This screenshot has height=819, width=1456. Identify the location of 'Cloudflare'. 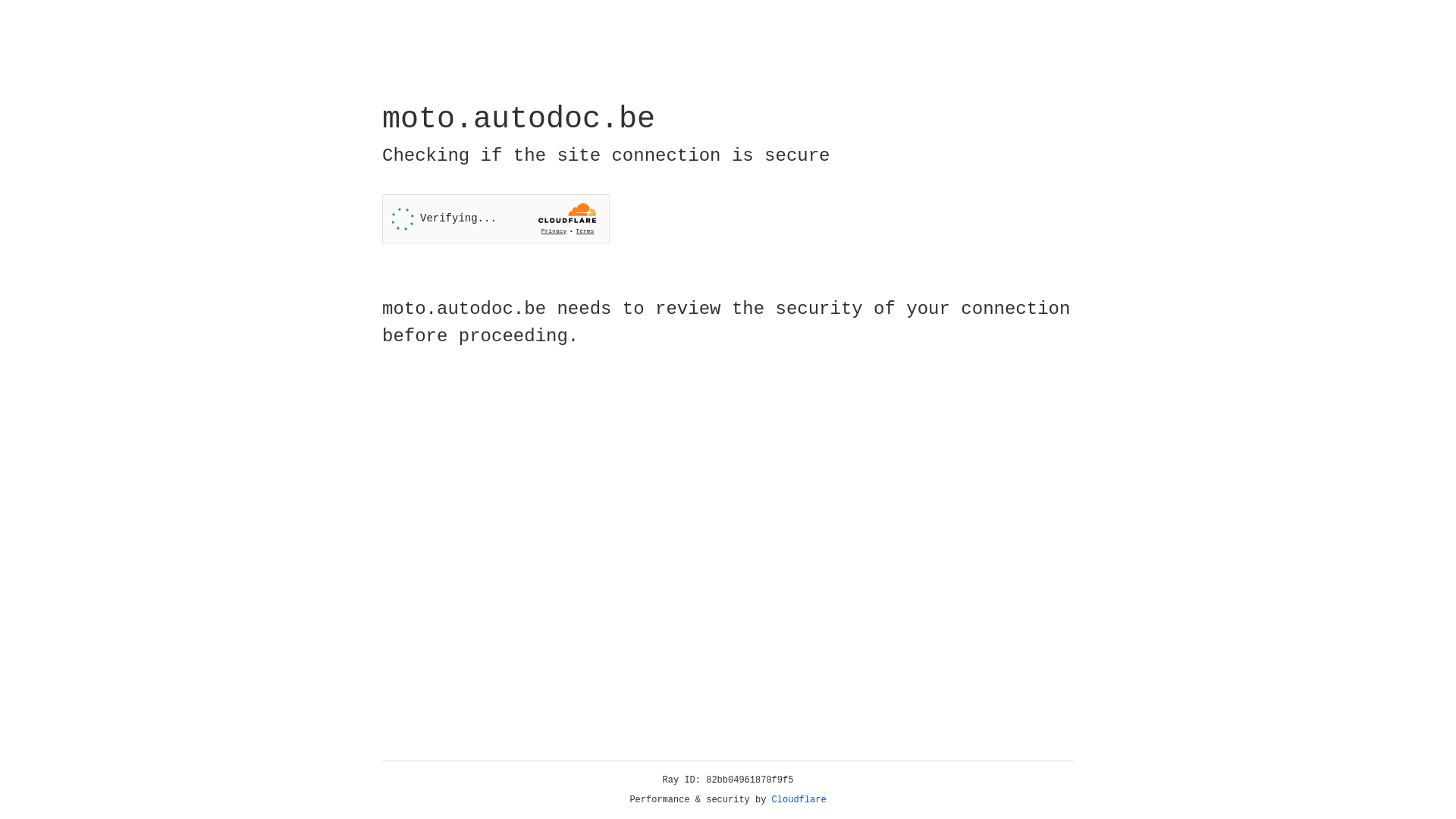
(799, 799).